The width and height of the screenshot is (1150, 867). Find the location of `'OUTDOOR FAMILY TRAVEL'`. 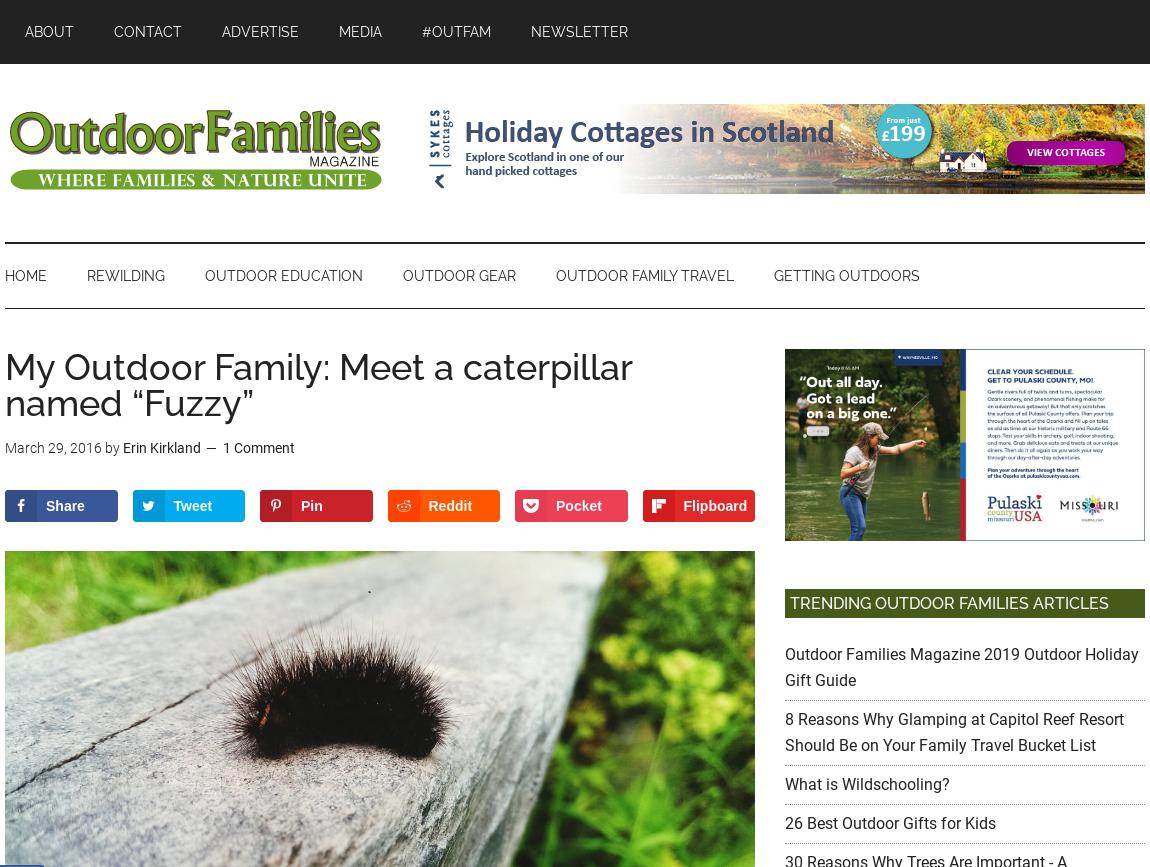

'OUTDOOR FAMILY TRAVEL' is located at coordinates (644, 275).